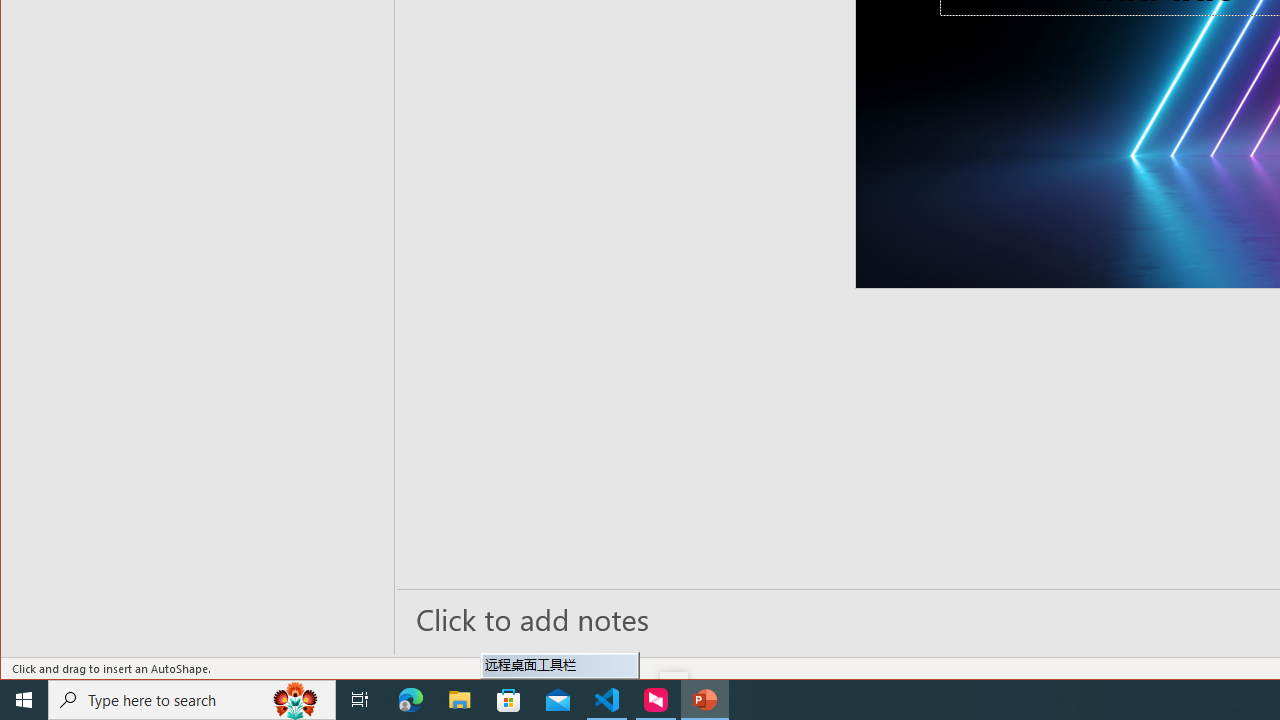 The height and width of the screenshot is (720, 1280). What do you see at coordinates (359, 698) in the screenshot?
I see `'Task View'` at bounding box center [359, 698].